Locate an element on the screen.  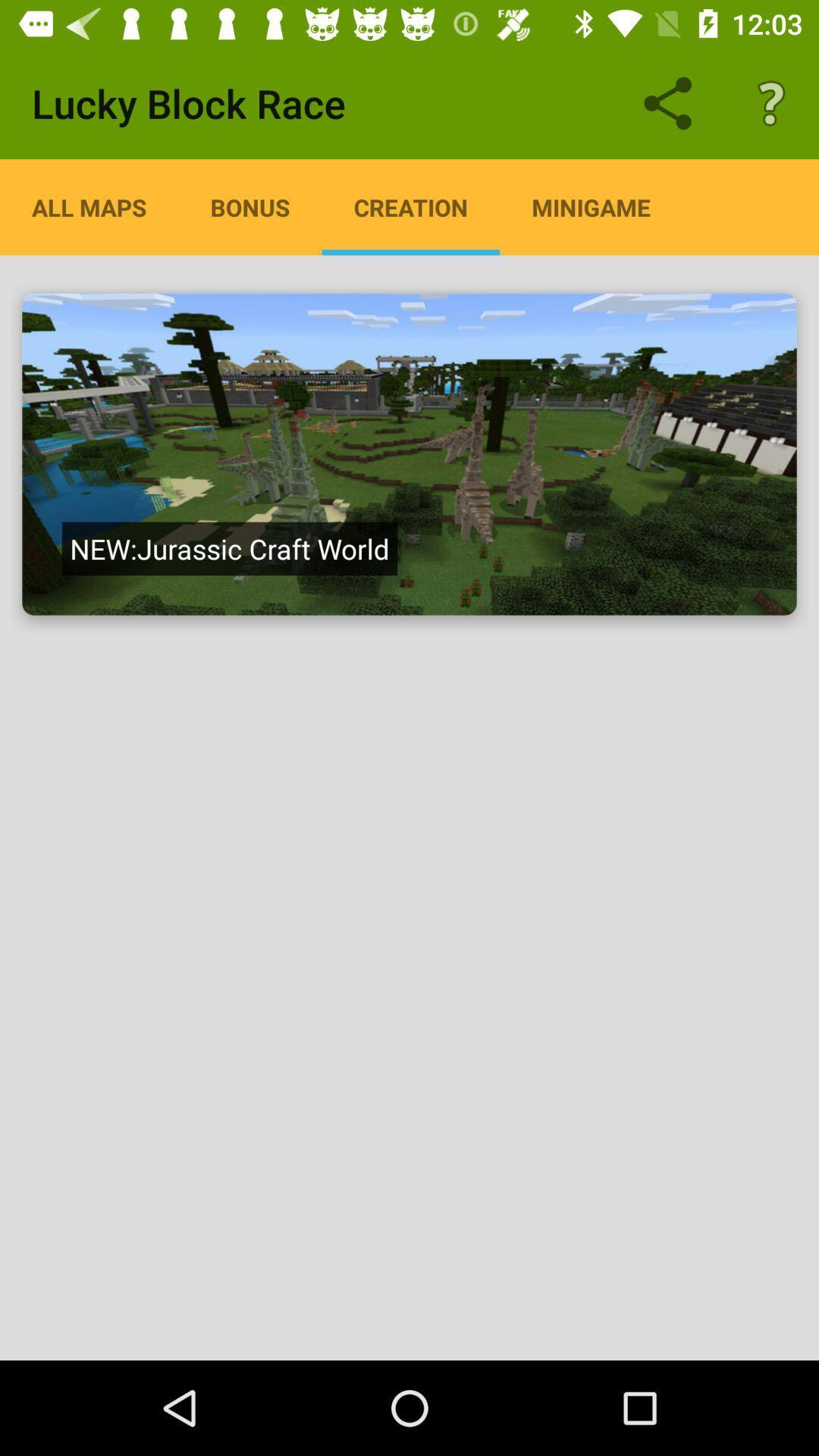
the app to the left of the bonus app is located at coordinates (89, 206).